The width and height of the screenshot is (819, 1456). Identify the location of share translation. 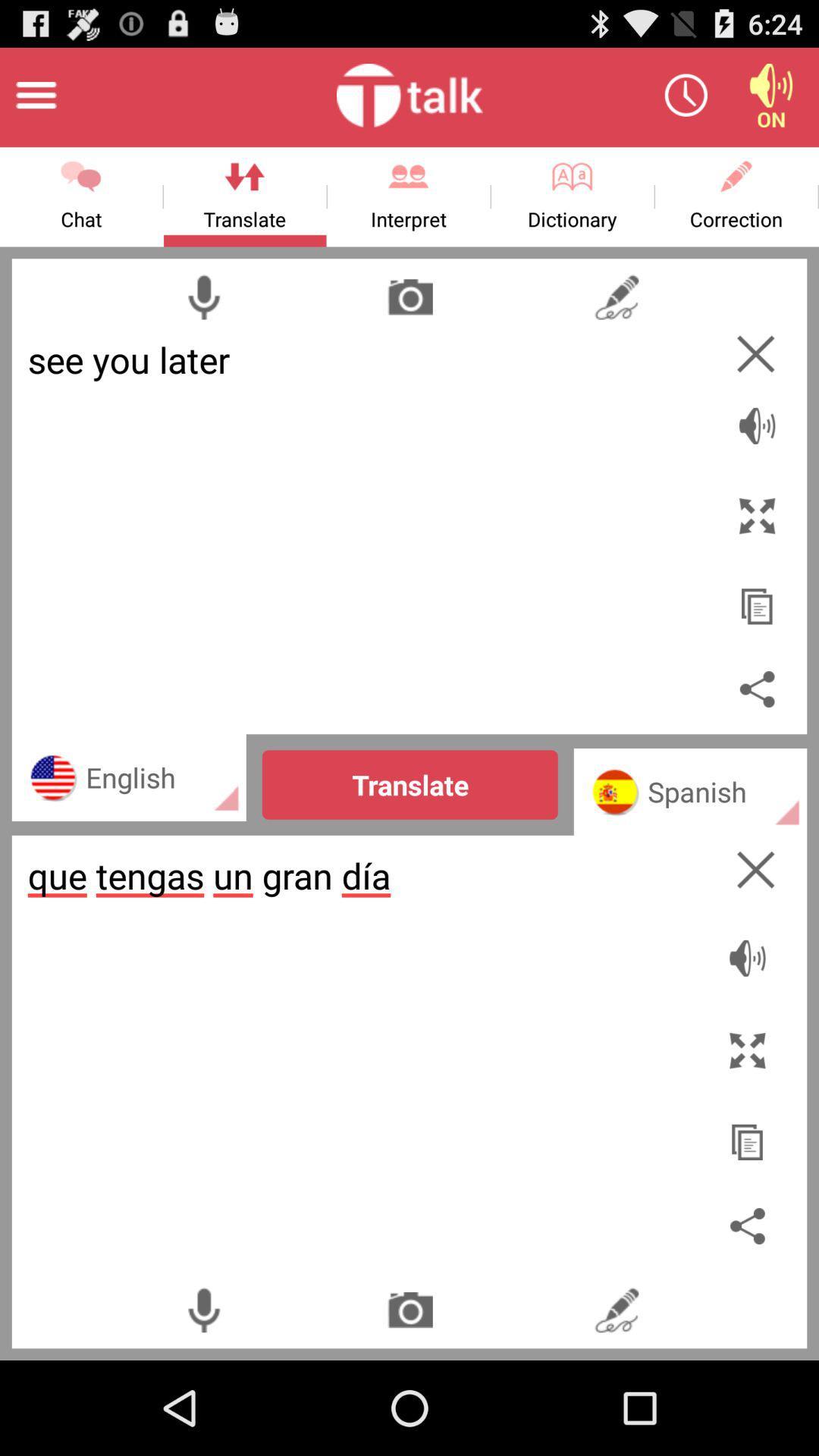
(751, 1225).